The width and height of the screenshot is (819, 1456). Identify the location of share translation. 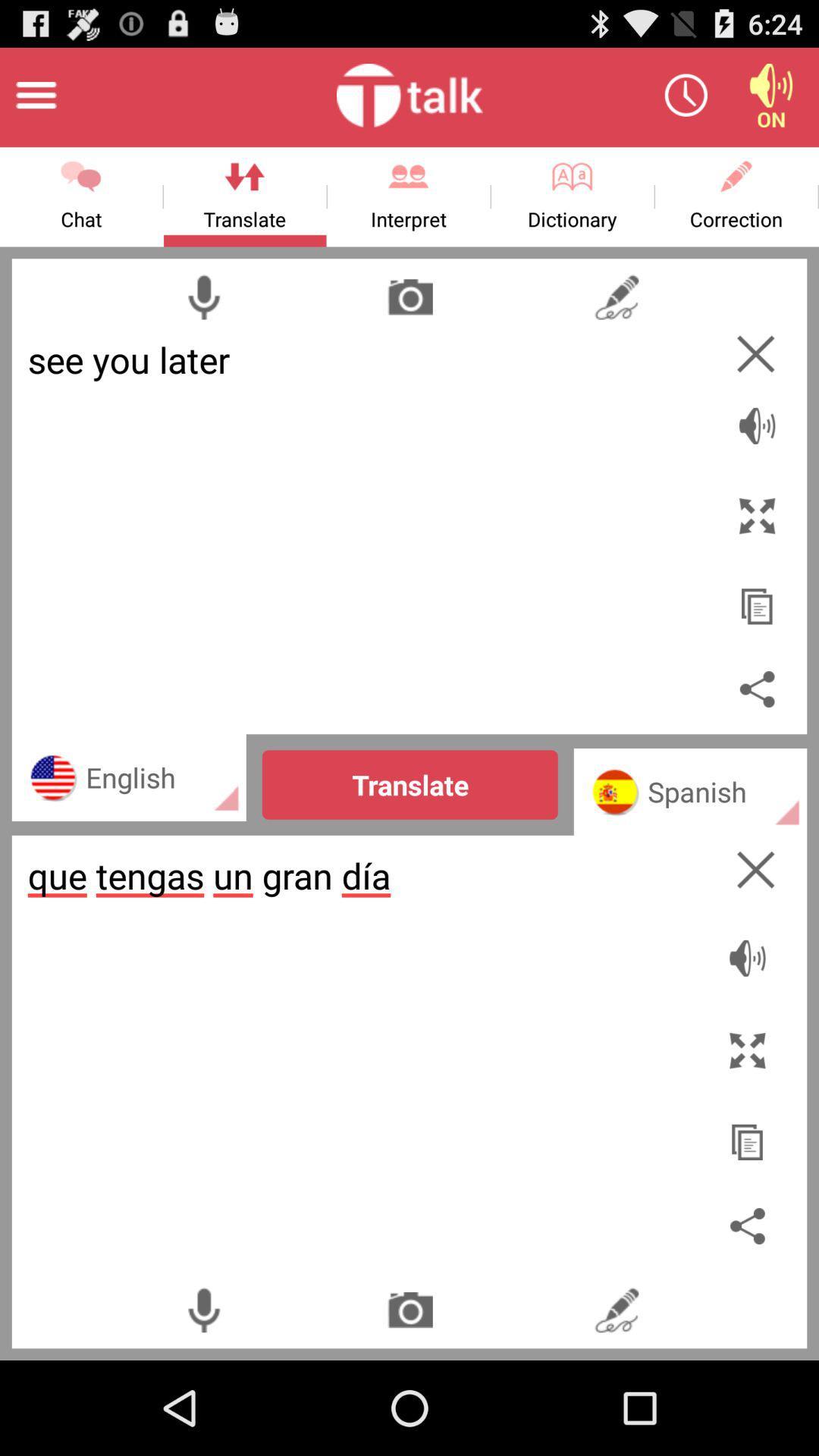
(751, 1225).